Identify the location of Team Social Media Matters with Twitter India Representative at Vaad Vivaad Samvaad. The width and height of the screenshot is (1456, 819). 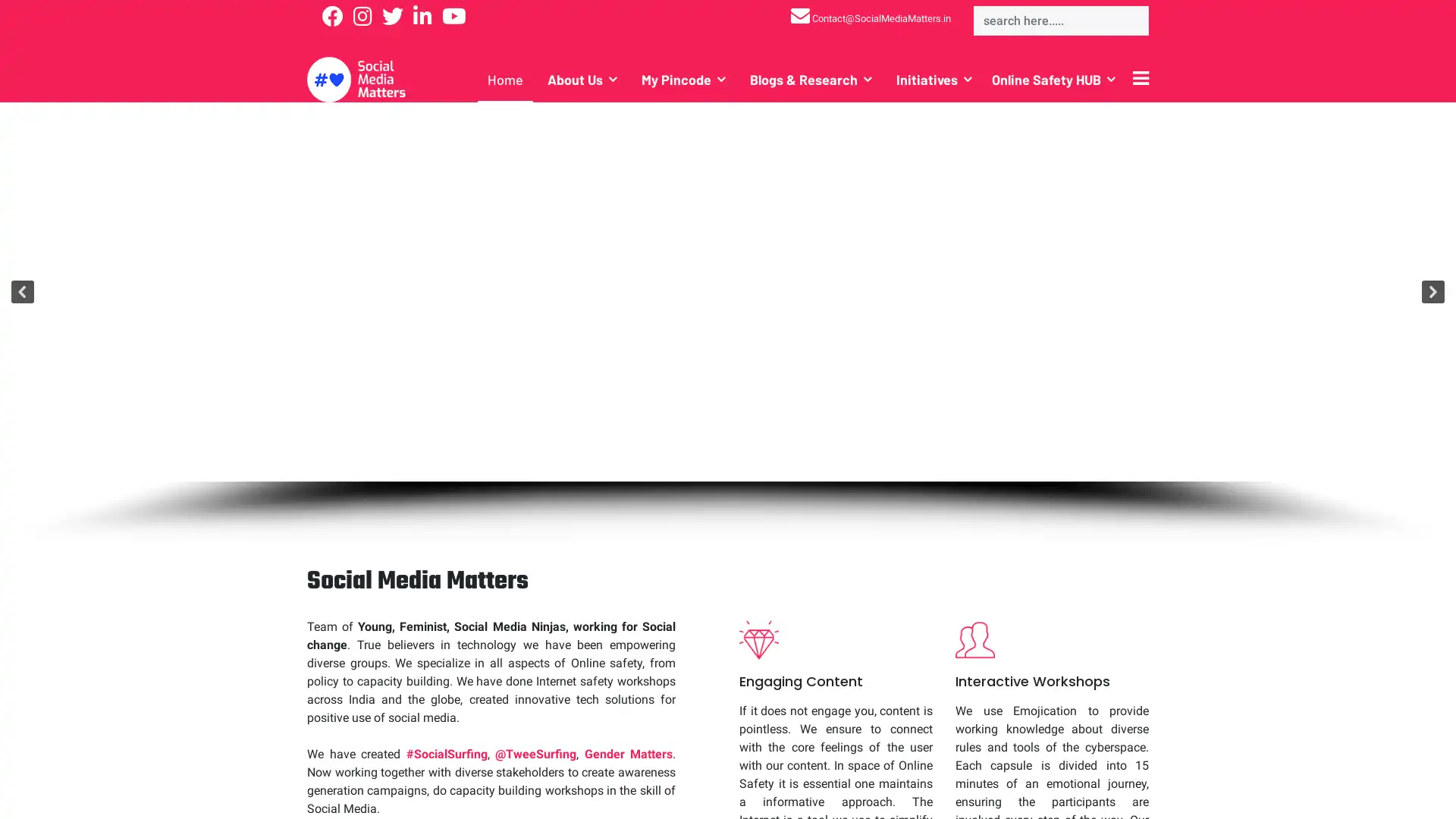
(815, 466).